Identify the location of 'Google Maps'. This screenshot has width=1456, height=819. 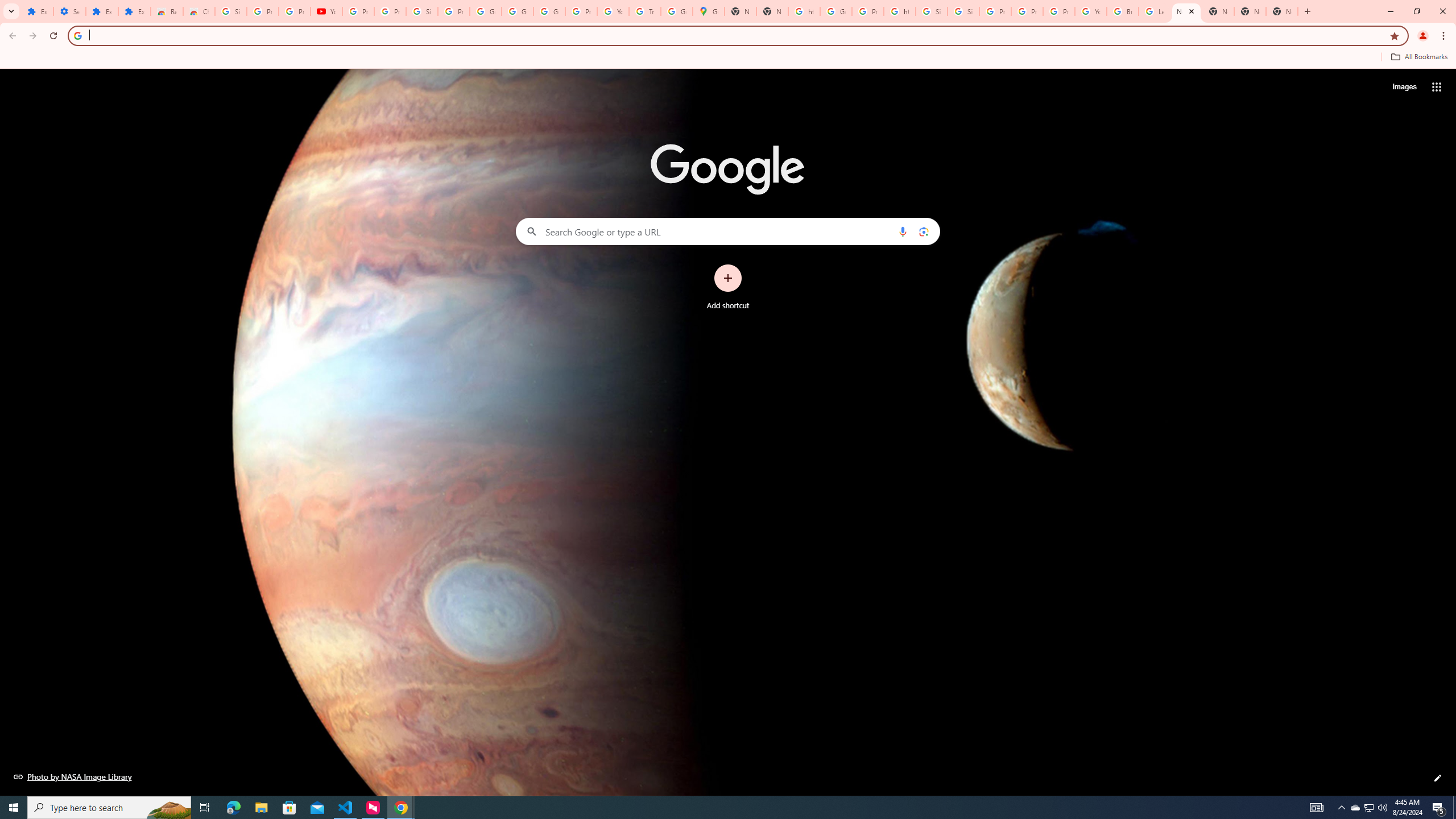
(708, 11).